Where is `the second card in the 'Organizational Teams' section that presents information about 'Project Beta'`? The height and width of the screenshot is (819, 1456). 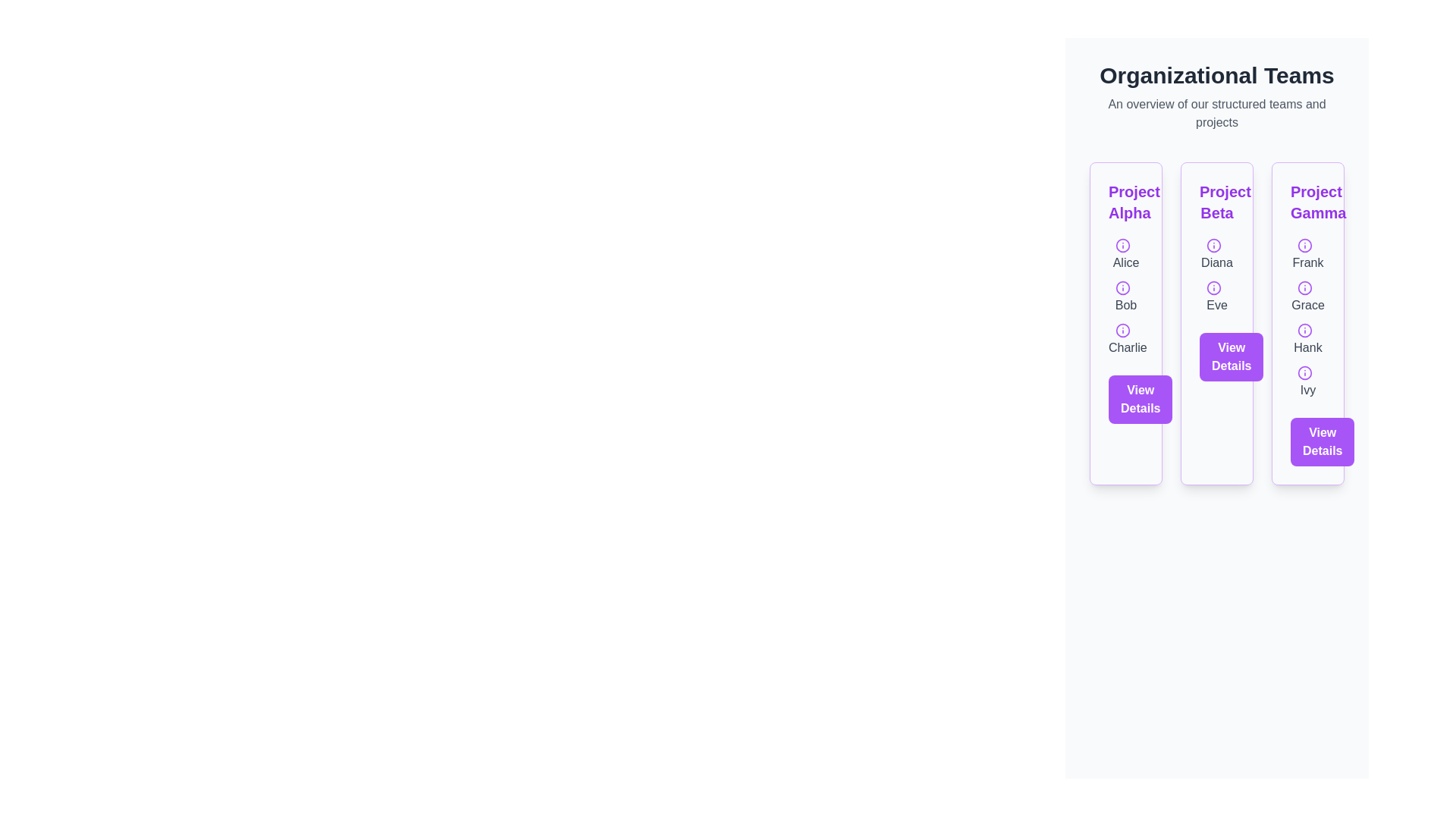 the second card in the 'Organizational Teams' section that presents information about 'Project Beta' is located at coordinates (1216, 323).